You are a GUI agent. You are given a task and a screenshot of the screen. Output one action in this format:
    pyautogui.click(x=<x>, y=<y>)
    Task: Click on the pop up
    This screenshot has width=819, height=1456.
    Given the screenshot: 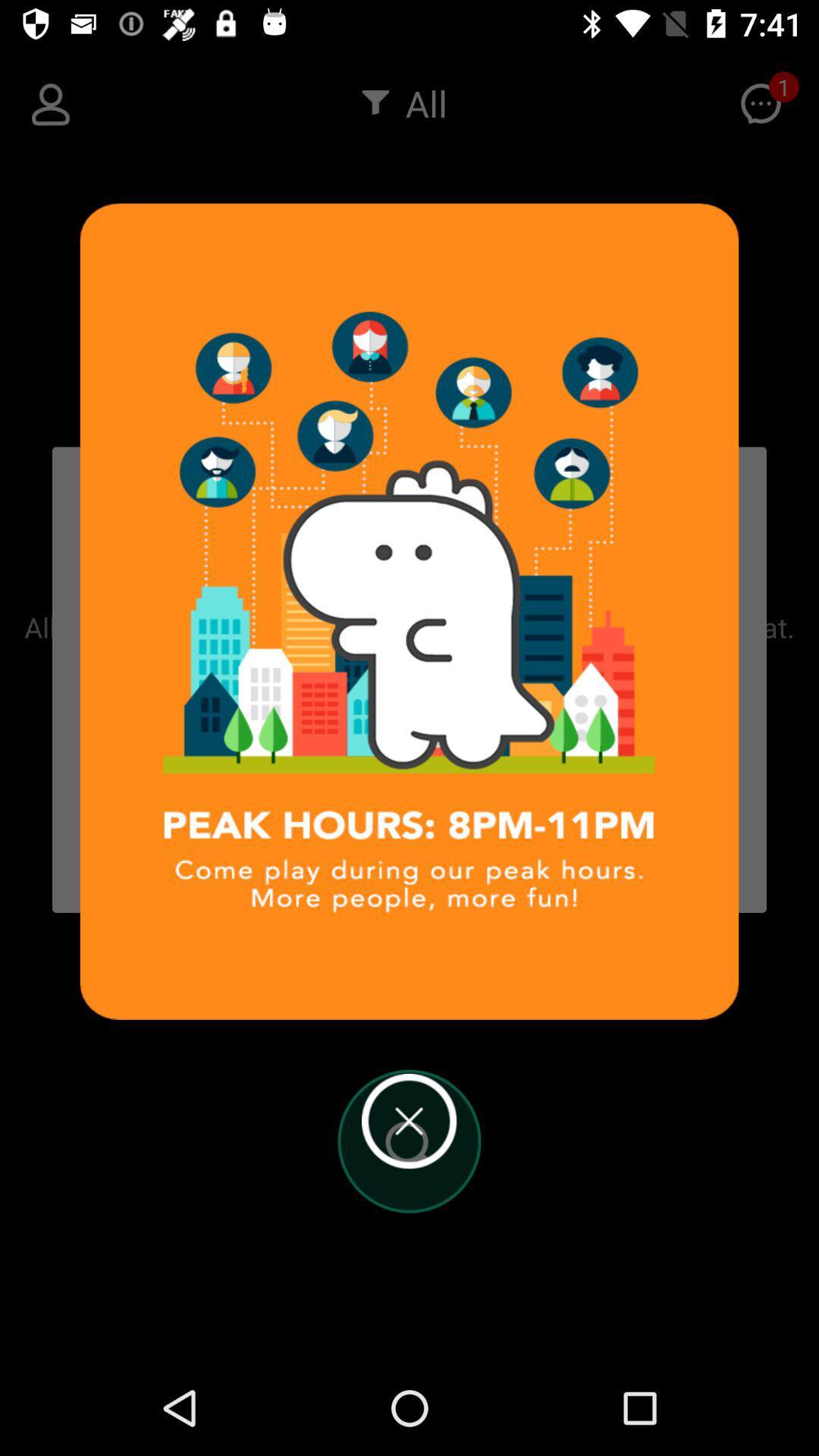 What is the action you would take?
    pyautogui.click(x=408, y=1121)
    